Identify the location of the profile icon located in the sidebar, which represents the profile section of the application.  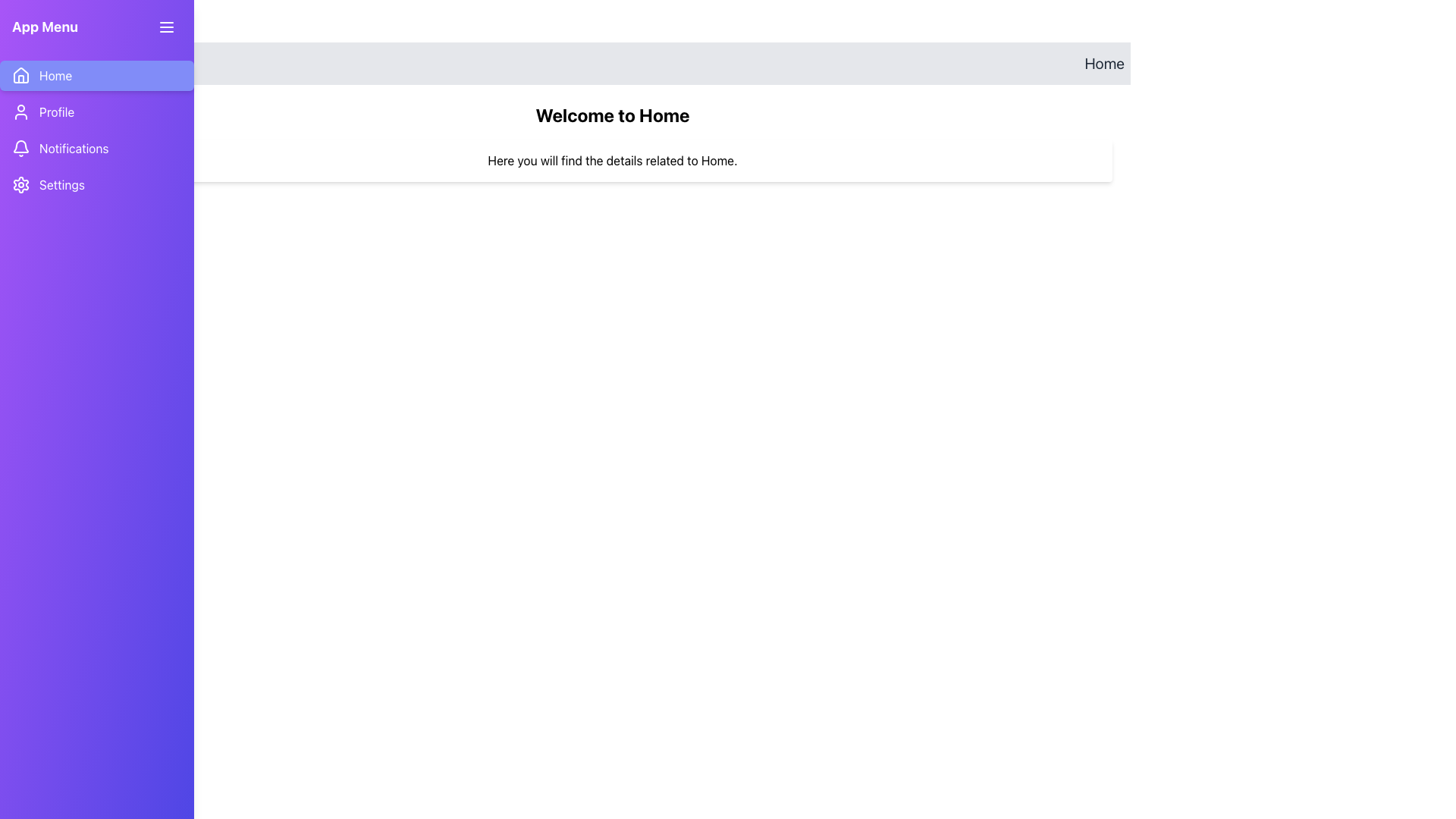
(21, 111).